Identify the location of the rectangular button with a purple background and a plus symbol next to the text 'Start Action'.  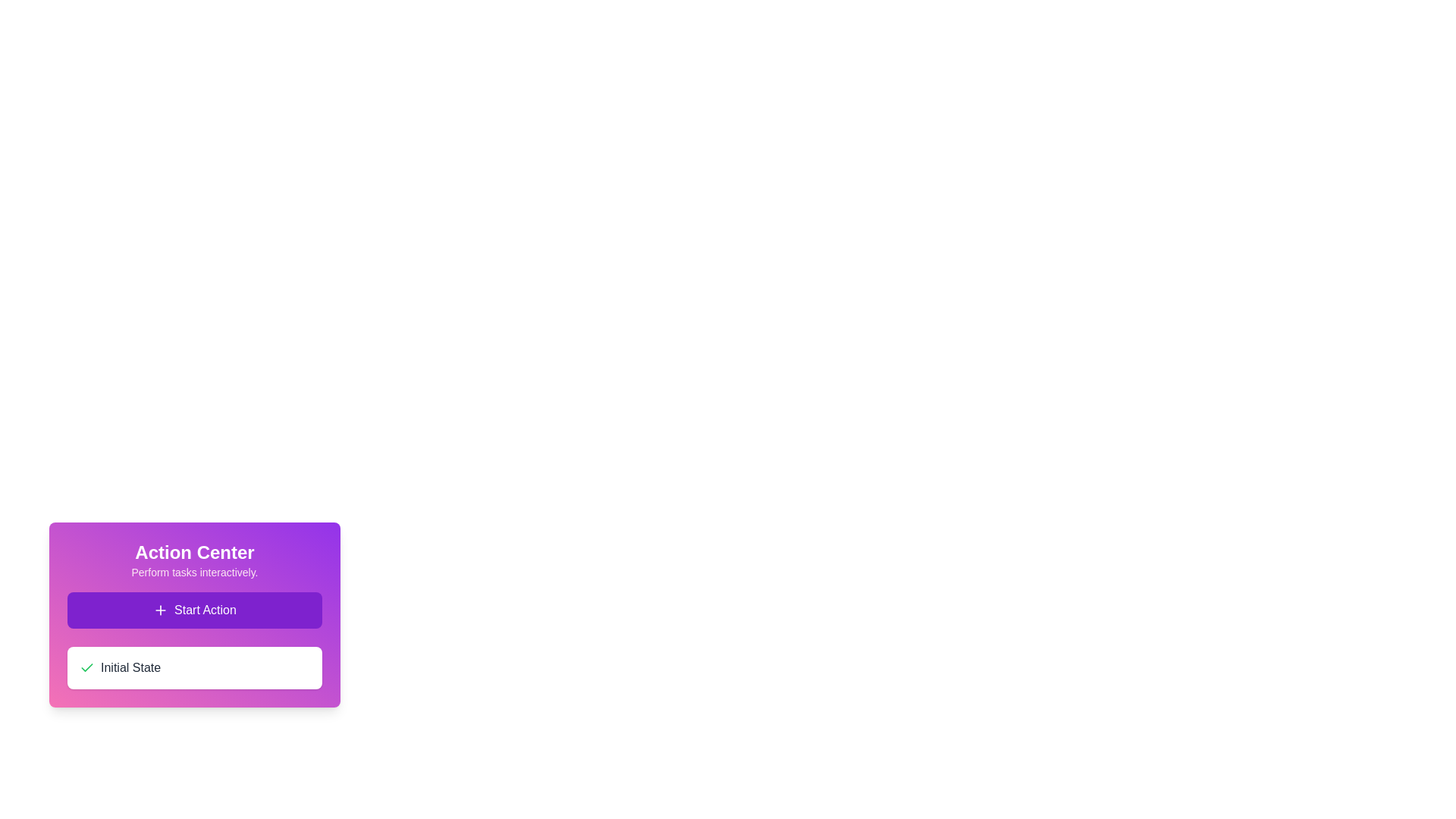
(194, 610).